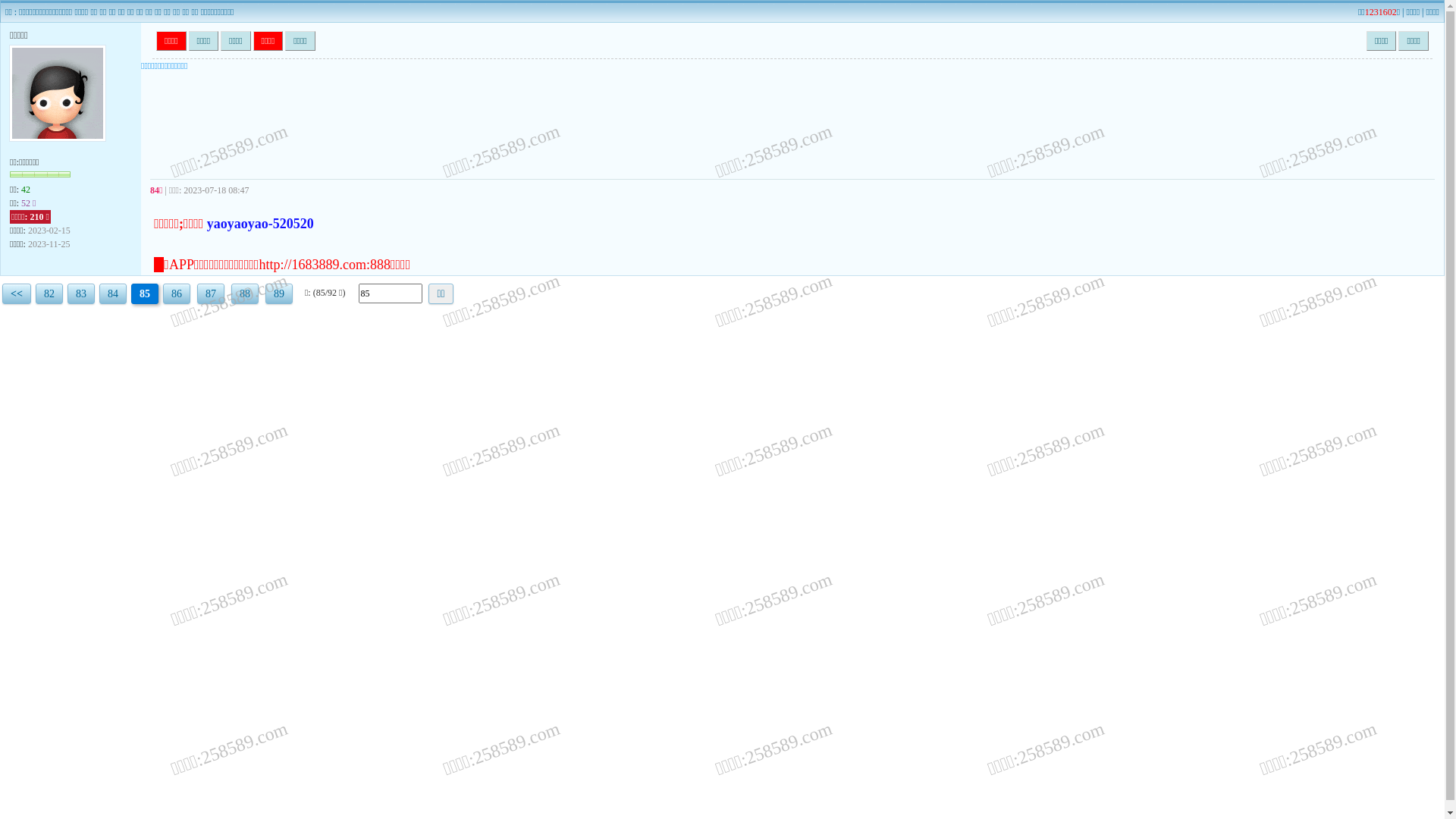  What do you see at coordinates (49, 293) in the screenshot?
I see `'82'` at bounding box center [49, 293].